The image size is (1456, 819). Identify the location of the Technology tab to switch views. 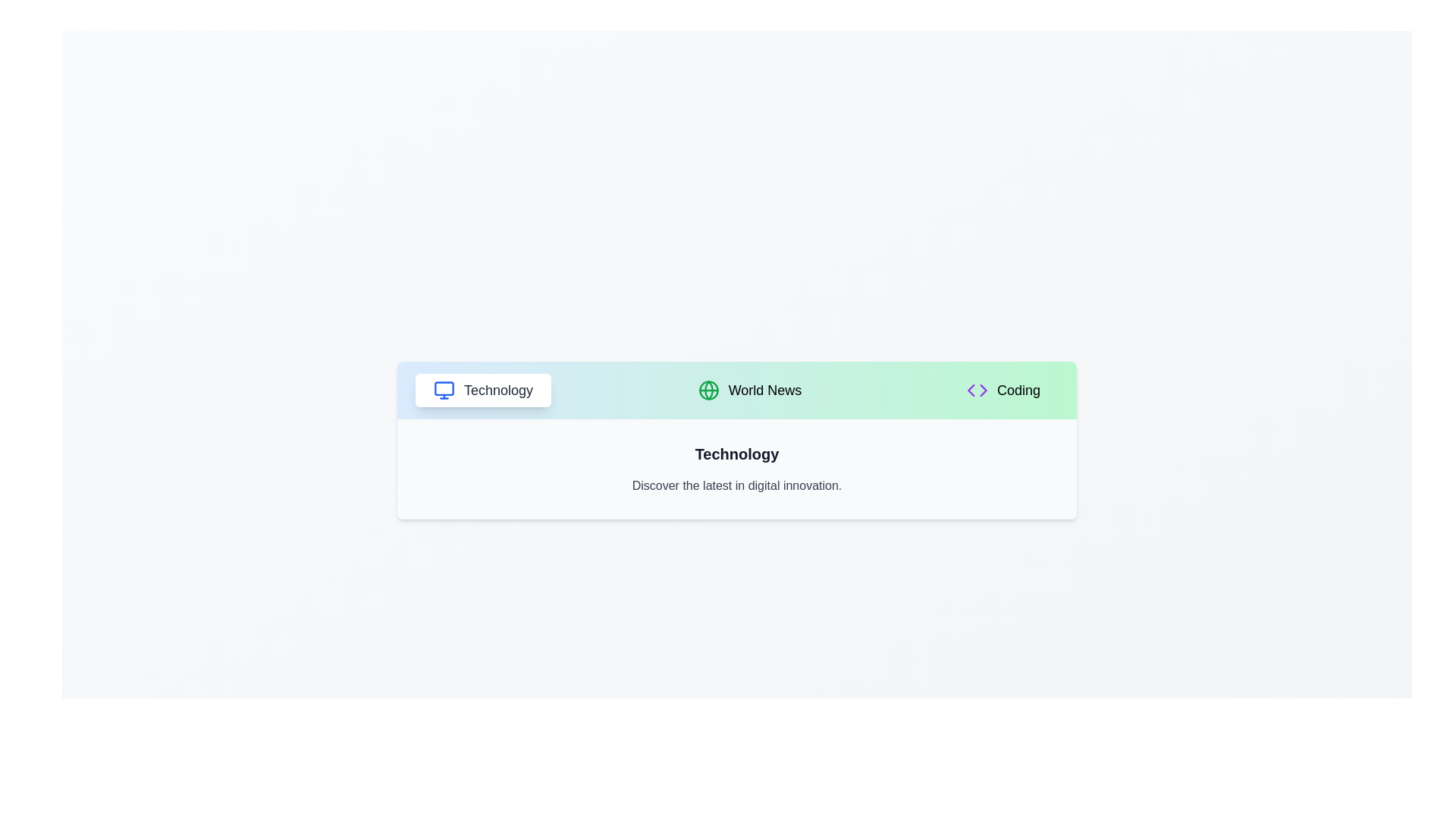
(482, 390).